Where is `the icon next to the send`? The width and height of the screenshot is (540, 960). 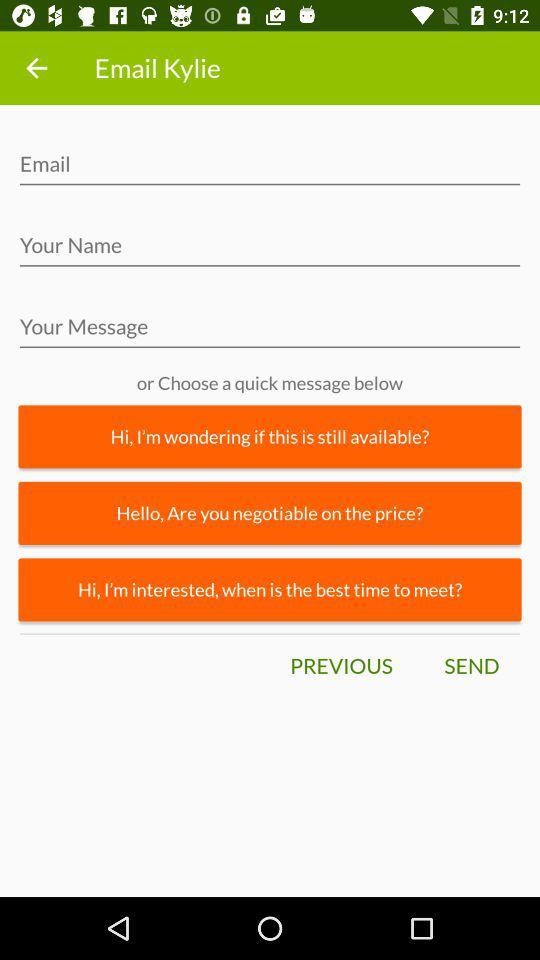 the icon next to the send is located at coordinates (340, 666).